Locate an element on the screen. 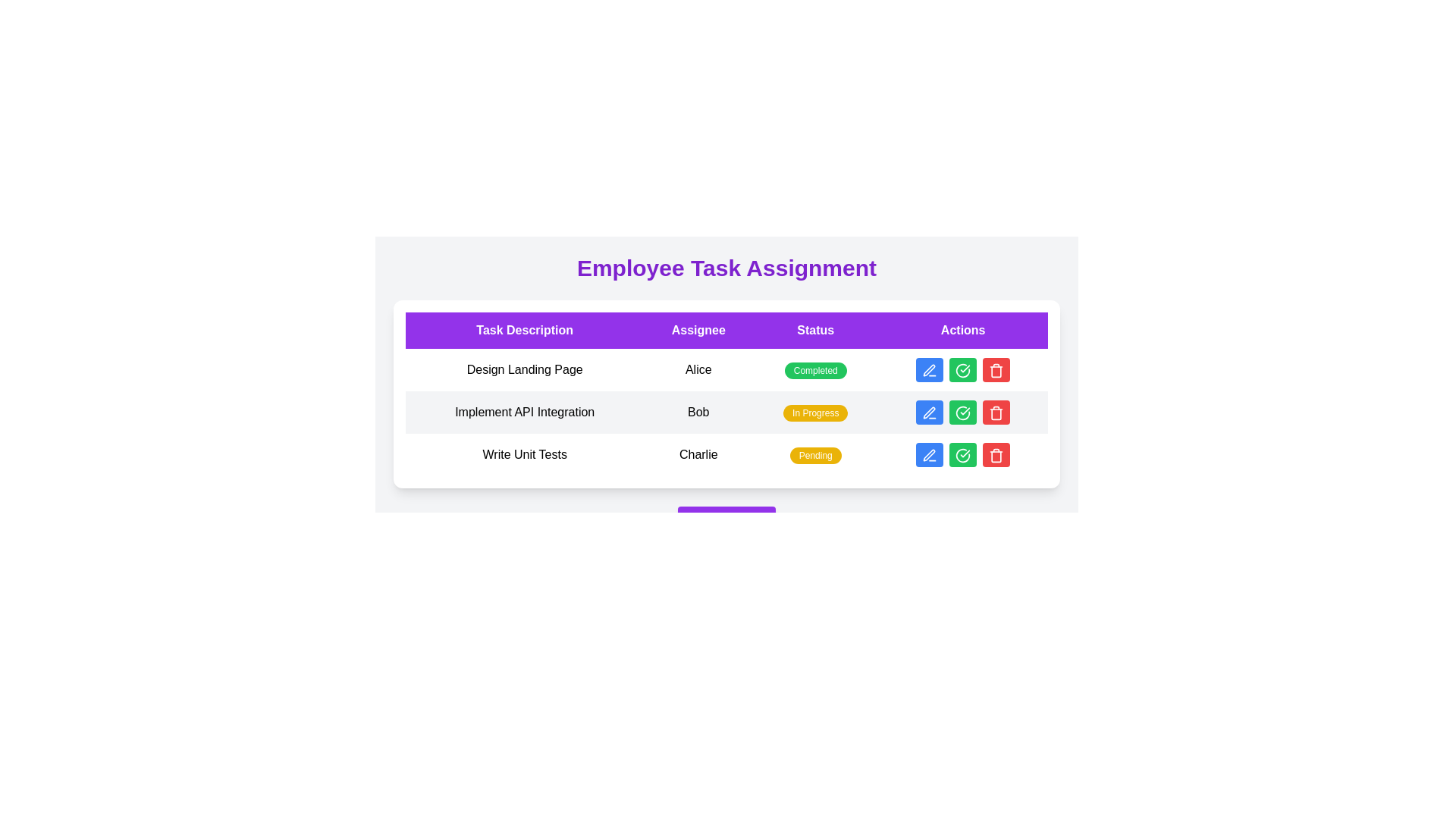 Image resolution: width=1456 pixels, height=819 pixels. text displayed on the 'In Progress' Status Badge, which is a rounded rectangular badge in the second row of the table under the 'Status' column for the 'Implement API Integration' task is located at coordinates (814, 412).